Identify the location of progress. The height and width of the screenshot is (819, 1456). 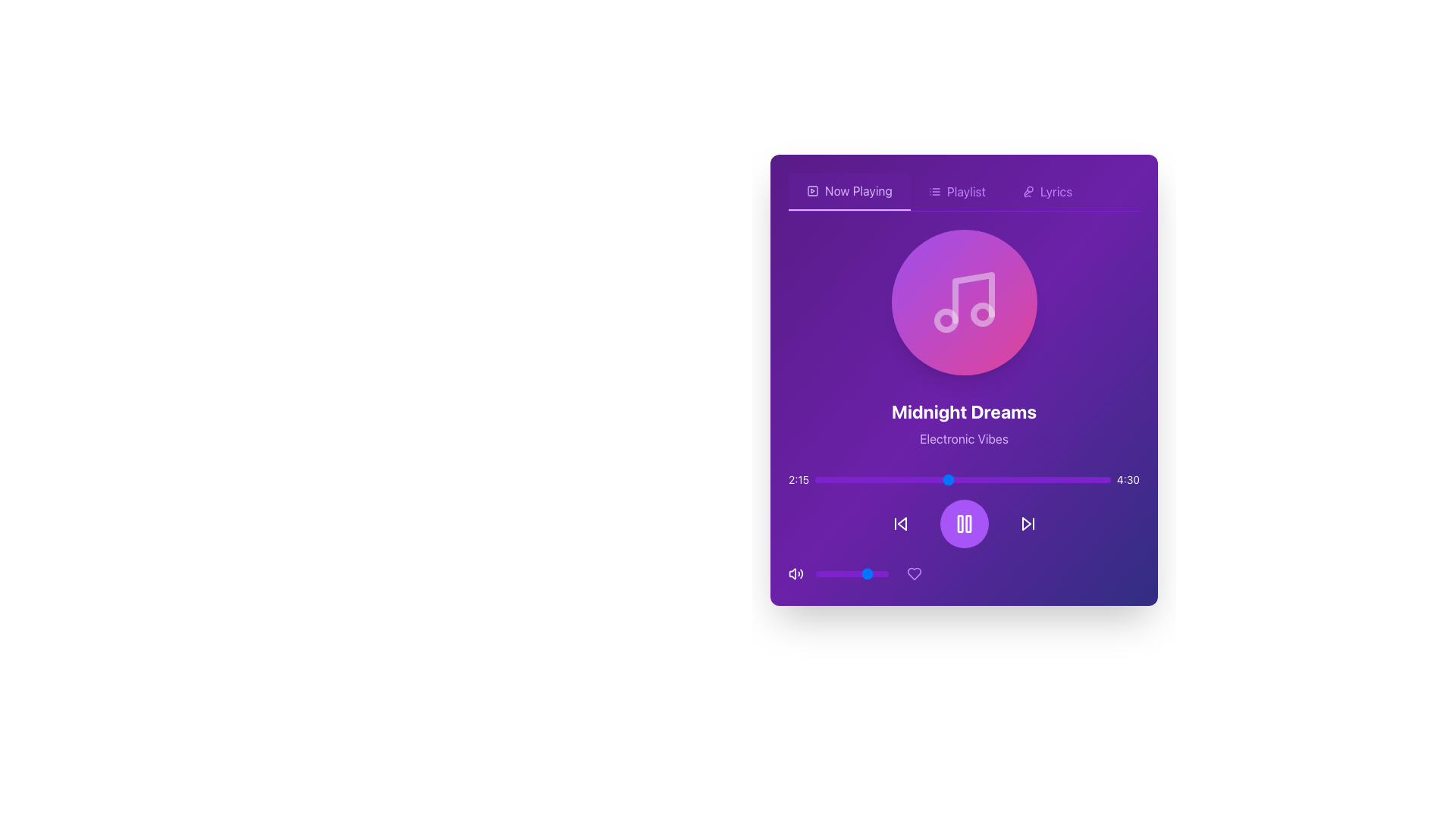
(1036, 479).